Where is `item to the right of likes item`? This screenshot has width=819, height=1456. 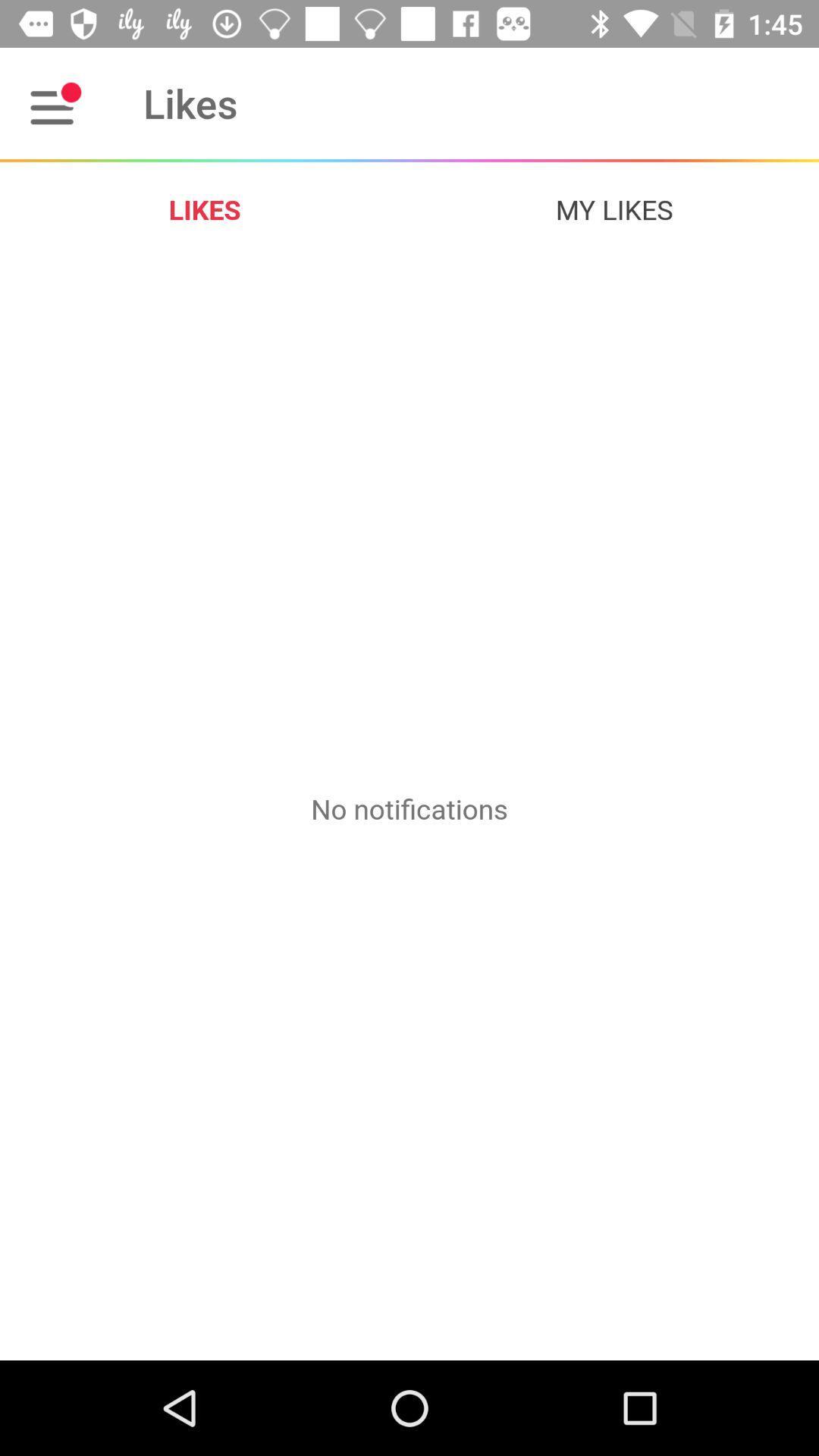 item to the right of likes item is located at coordinates (614, 209).